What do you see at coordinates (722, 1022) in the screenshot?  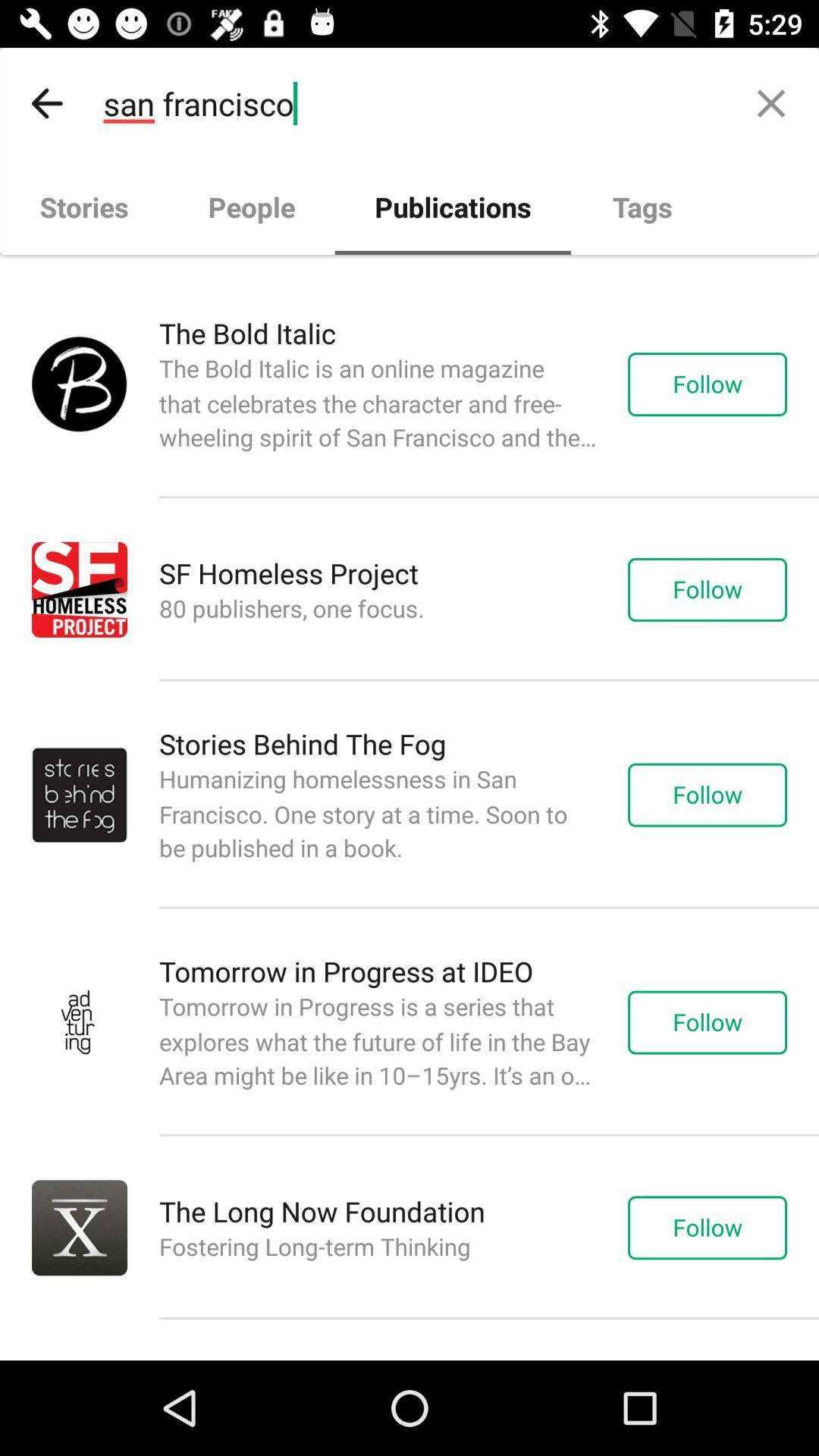 I see `the text right to tomorrow in progress at ideo` at bounding box center [722, 1022].